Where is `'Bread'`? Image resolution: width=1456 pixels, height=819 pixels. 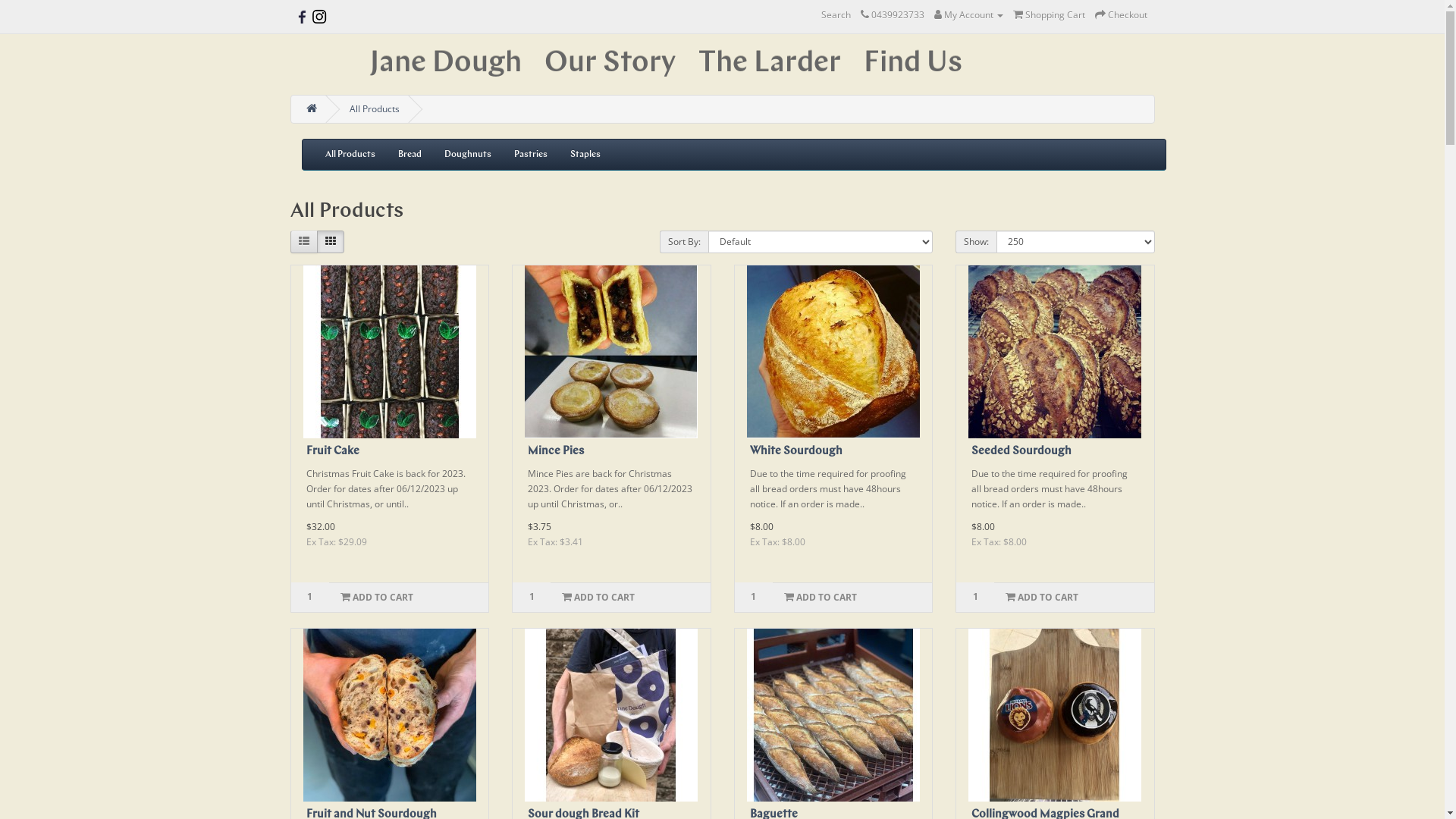 'Bread' is located at coordinates (409, 155).